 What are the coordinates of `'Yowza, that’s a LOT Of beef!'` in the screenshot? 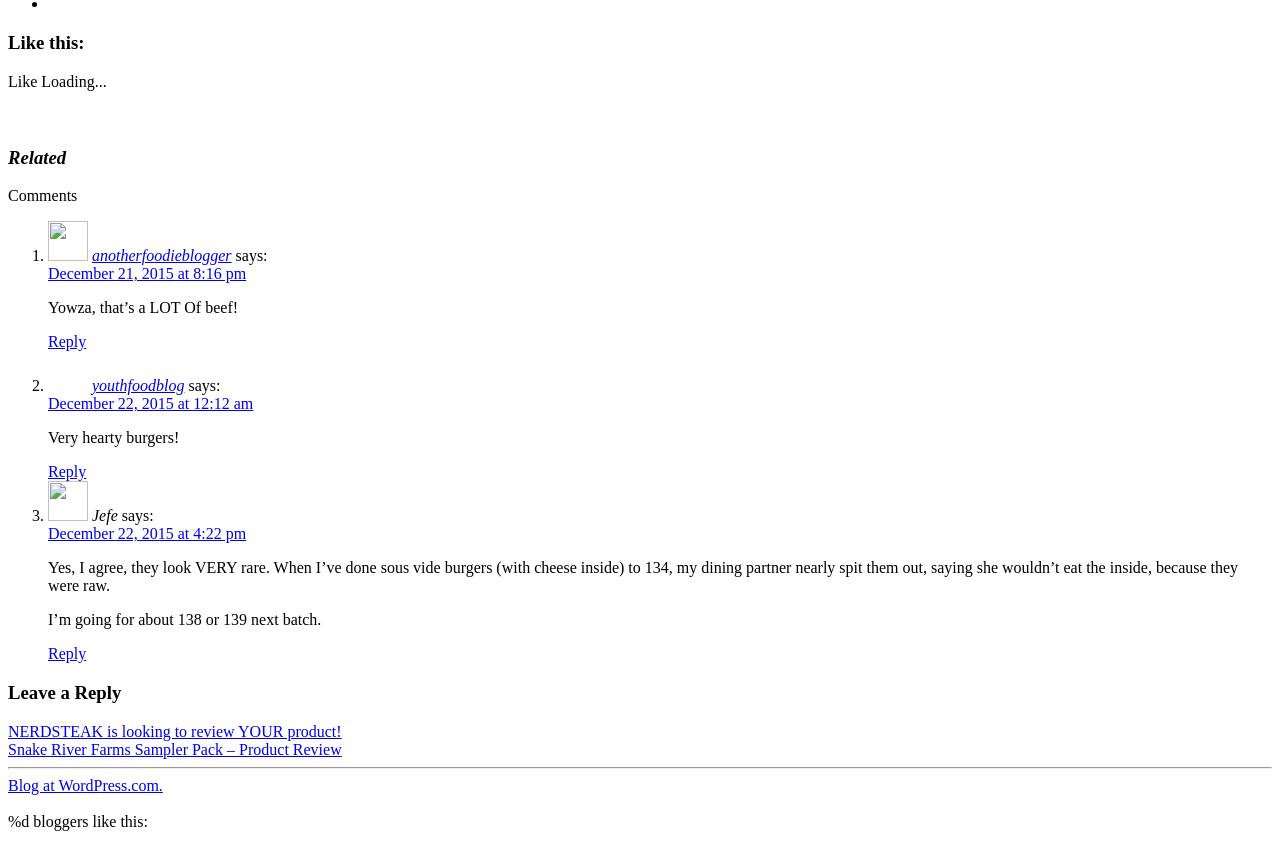 It's located at (48, 306).